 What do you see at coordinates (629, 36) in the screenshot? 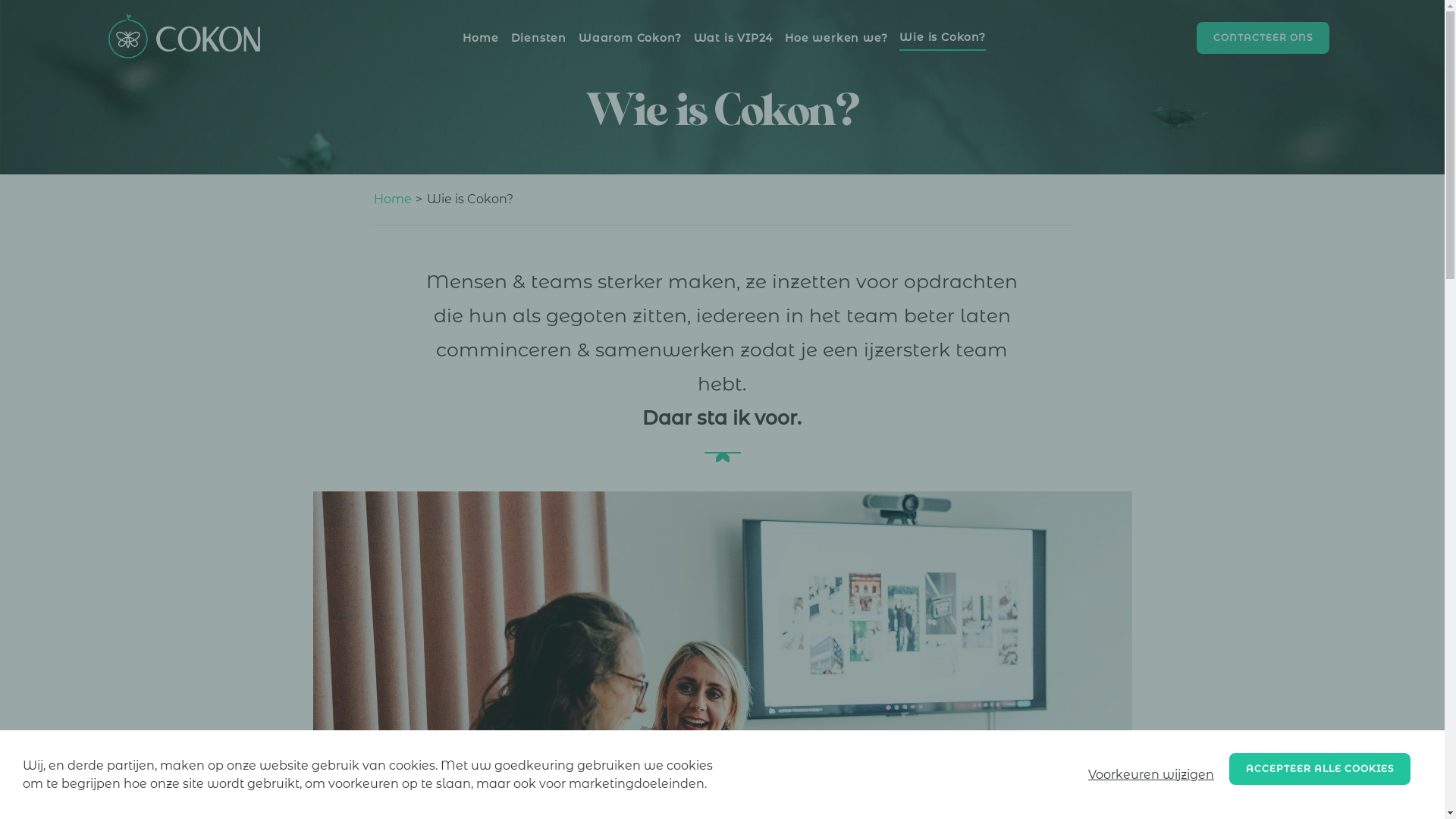
I see `'Waarom Cokon?'` at bounding box center [629, 36].